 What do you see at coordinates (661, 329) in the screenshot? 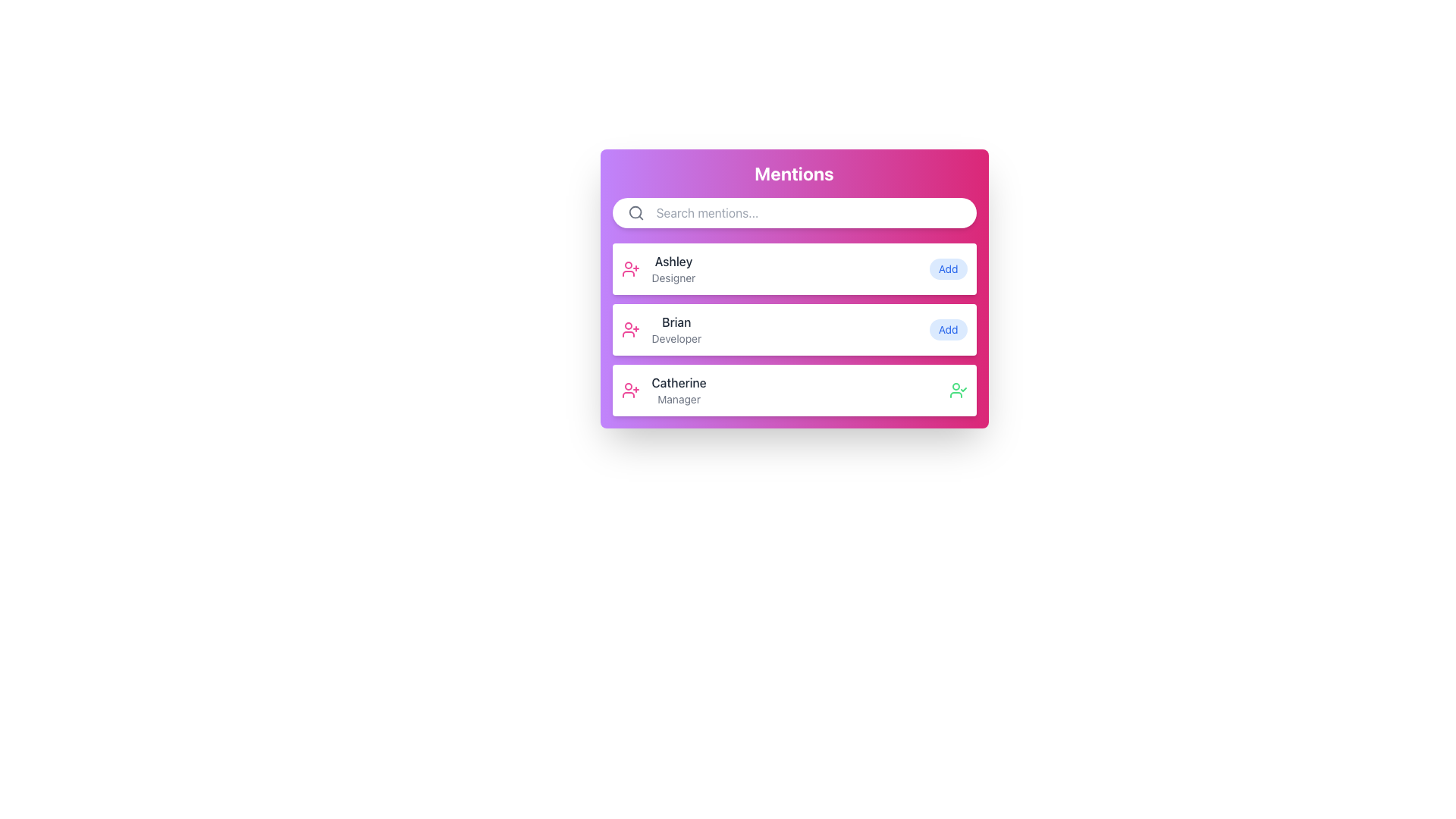
I see `the text display element containing the name 'Brian' and the title 'Developer' with an associated user icon` at bounding box center [661, 329].